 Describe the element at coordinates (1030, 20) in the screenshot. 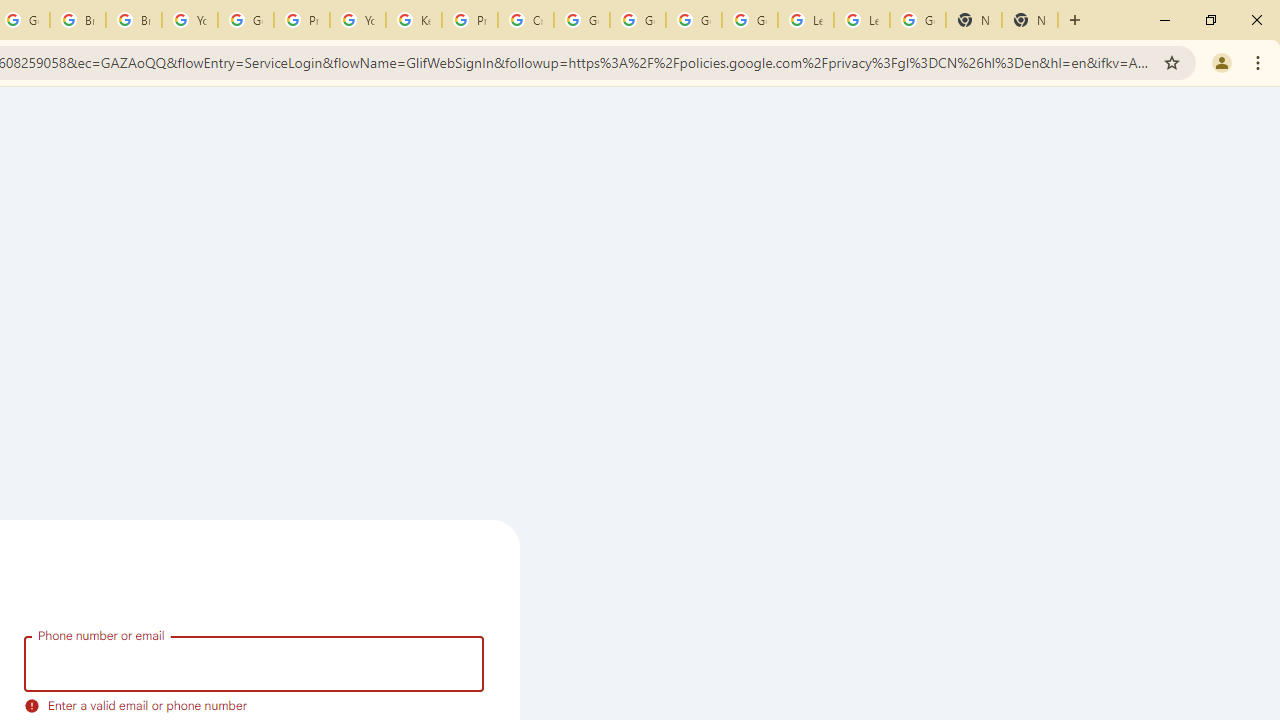

I see `'New Tab'` at that location.